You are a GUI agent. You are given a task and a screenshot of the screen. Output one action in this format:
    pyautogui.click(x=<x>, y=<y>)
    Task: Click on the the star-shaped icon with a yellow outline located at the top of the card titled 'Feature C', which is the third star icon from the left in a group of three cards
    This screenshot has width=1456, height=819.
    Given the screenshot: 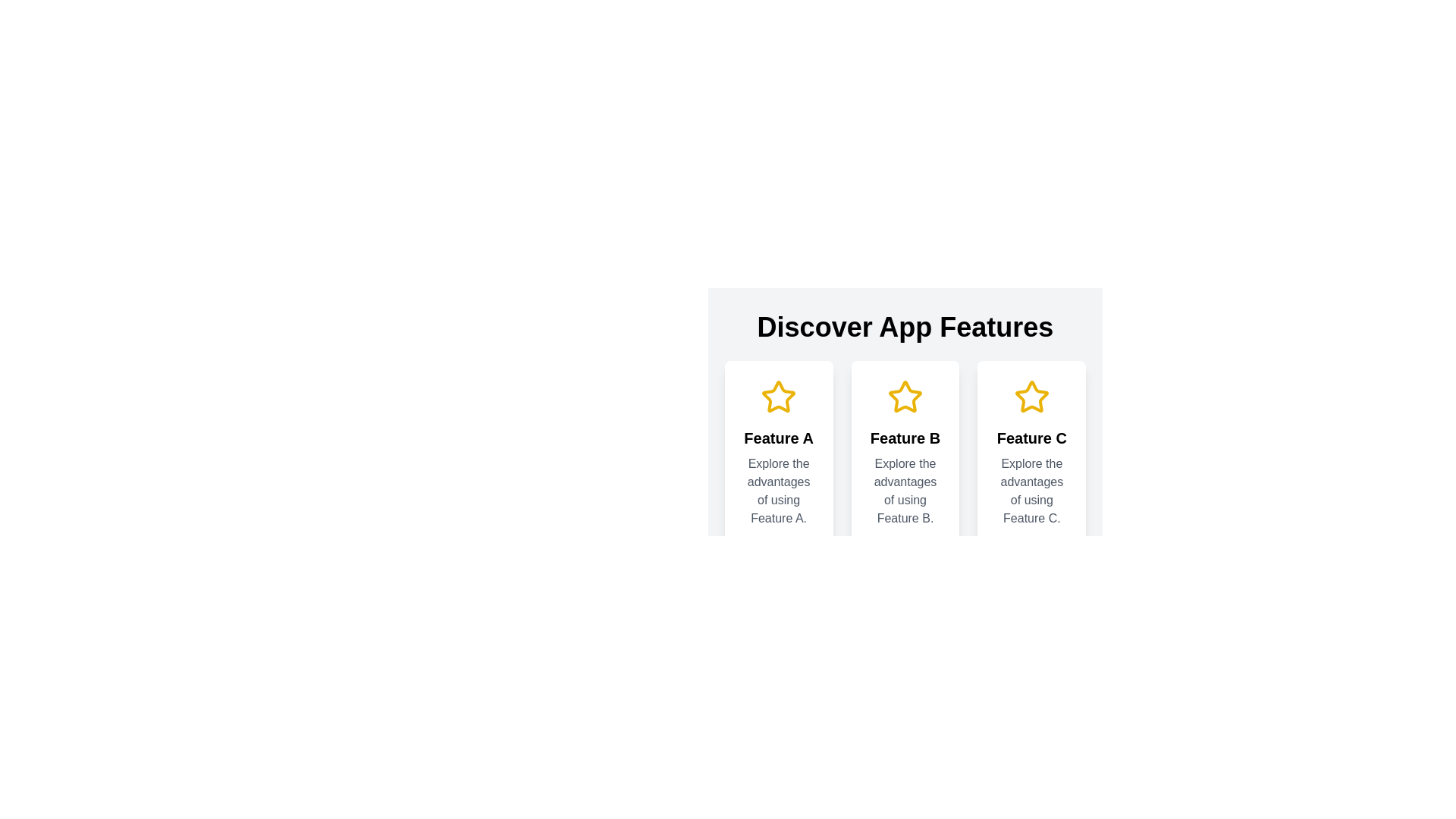 What is the action you would take?
    pyautogui.click(x=1031, y=397)
    